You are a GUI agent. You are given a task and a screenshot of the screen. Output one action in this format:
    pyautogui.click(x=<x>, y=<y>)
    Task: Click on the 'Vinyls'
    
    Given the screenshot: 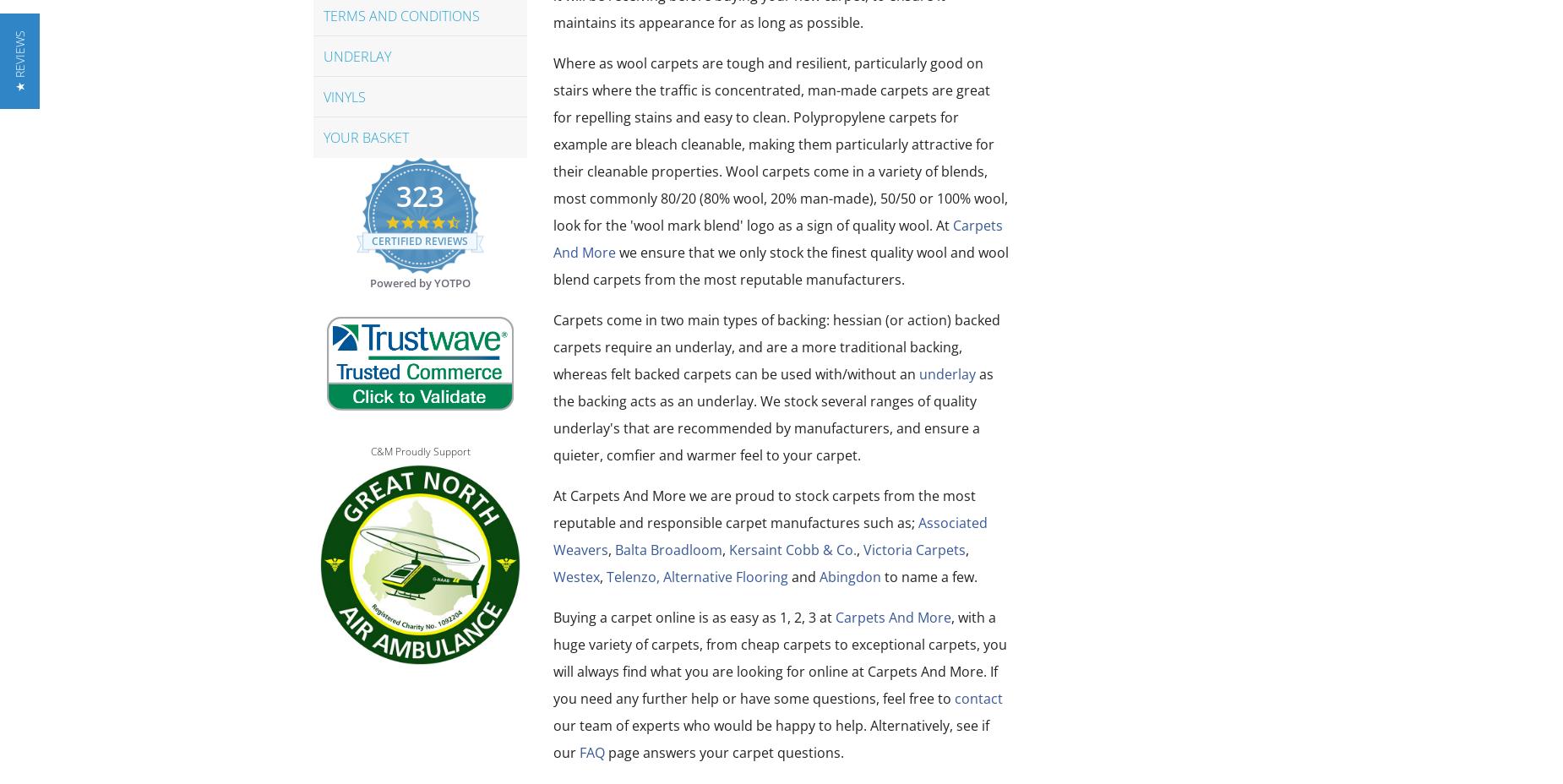 What is the action you would take?
    pyautogui.click(x=343, y=95)
    